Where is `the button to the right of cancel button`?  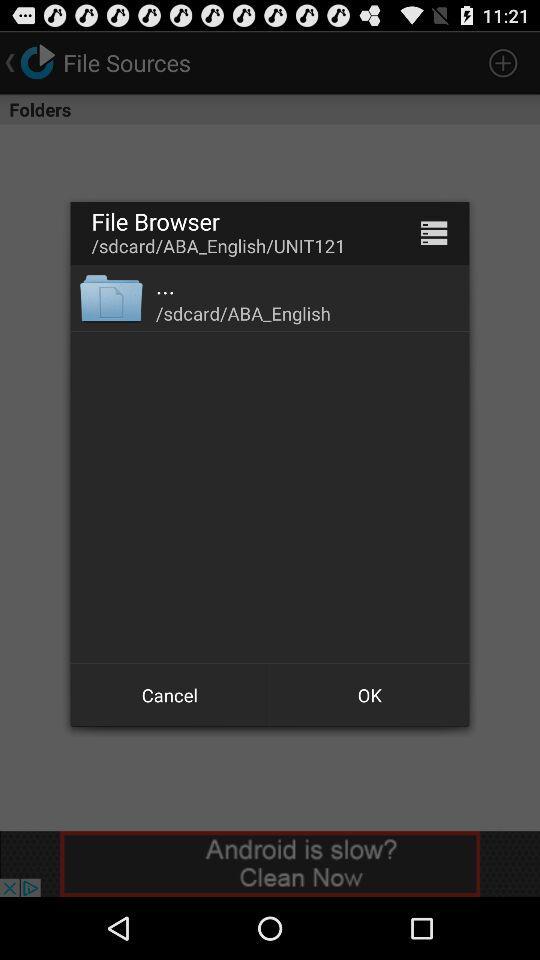
the button to the right of cancel button is located at coordinates (368, 695).